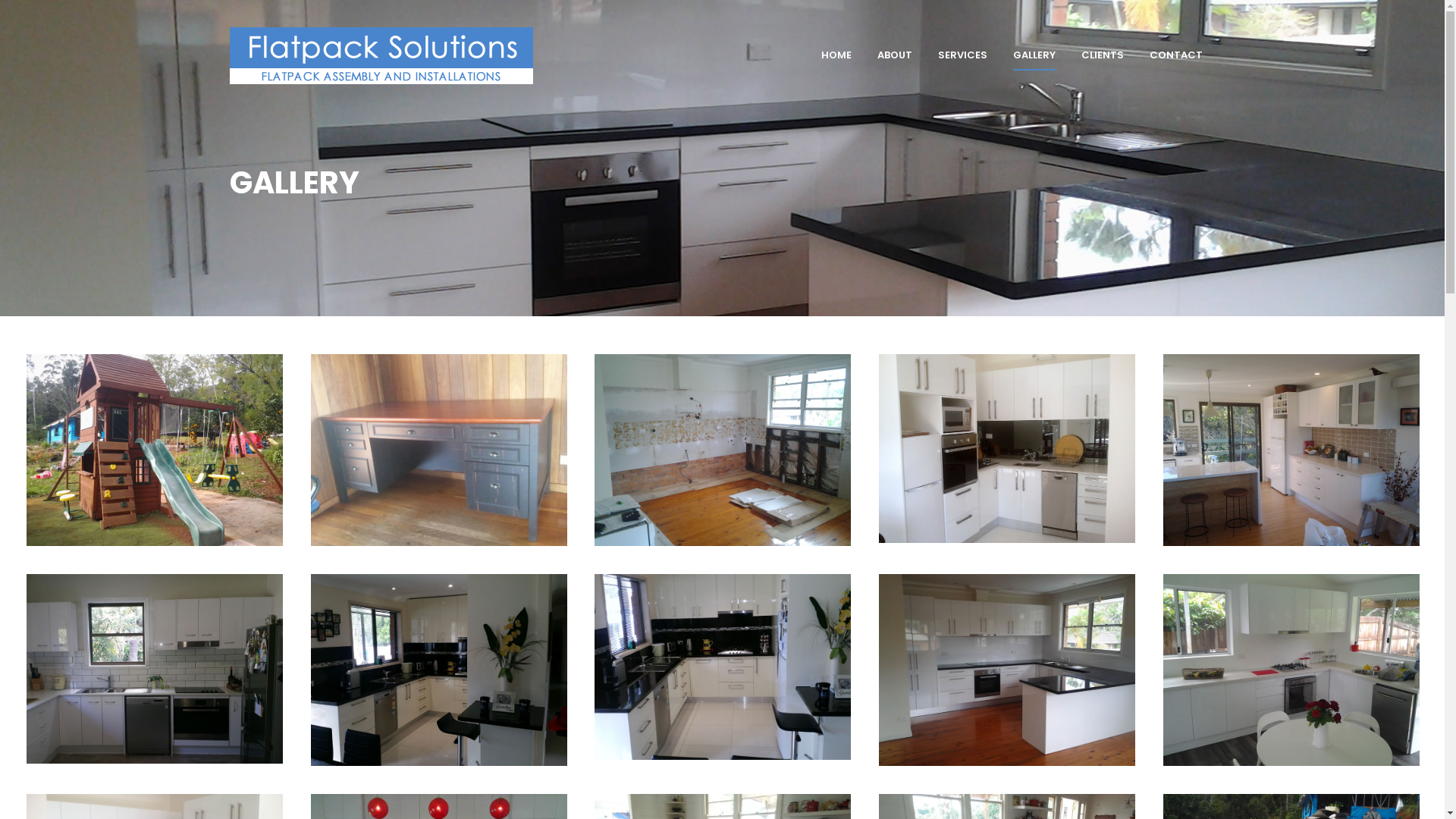  I want to click on 'CONTACT', so click(1175, 55).